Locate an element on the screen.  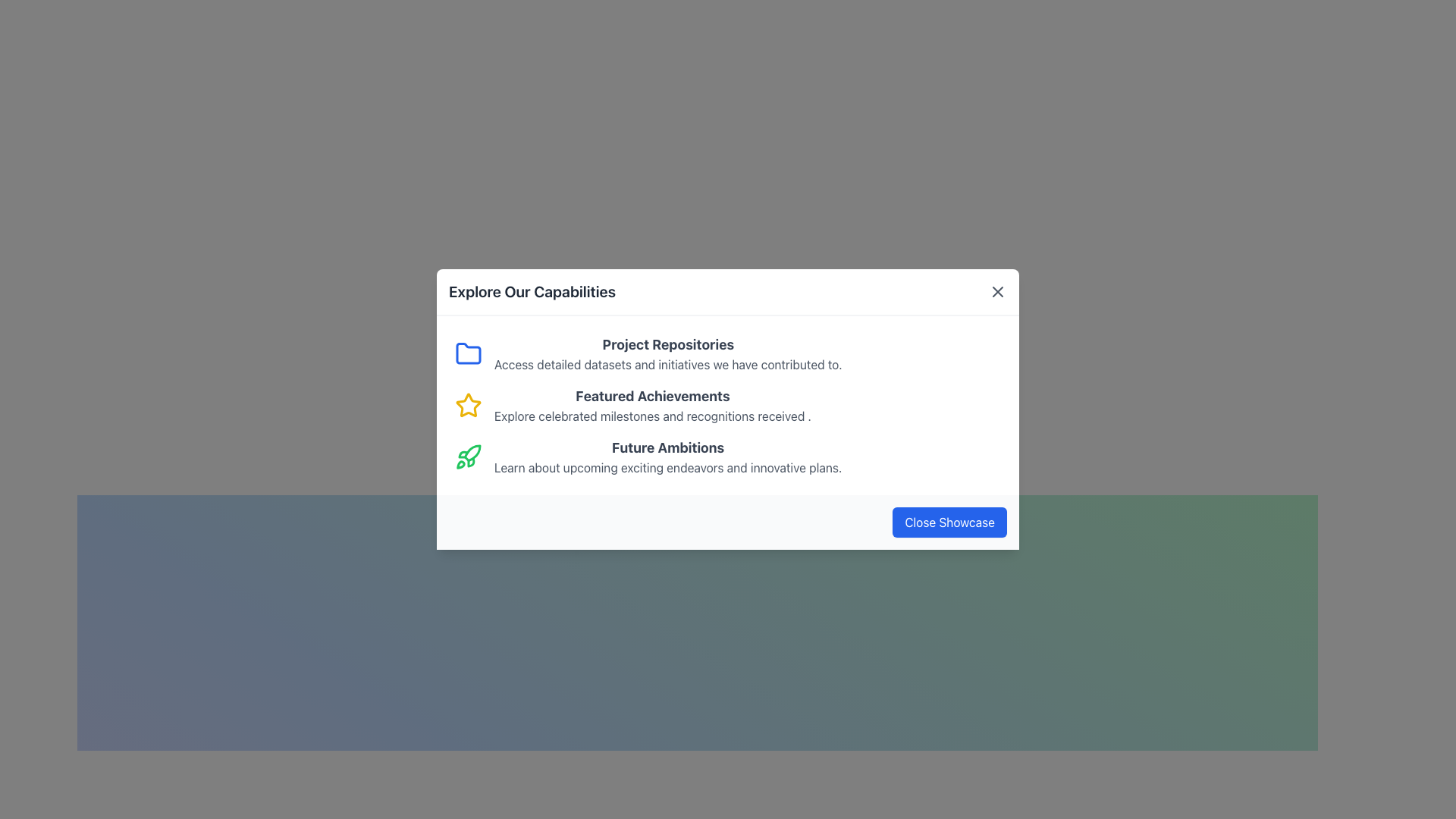
Line element forming part of the close button 'X' in the top-right corner of the modal window, which is associated with dismissing the modal titled 'Explore Our Capabilities' is located at coordinates (997, 292).